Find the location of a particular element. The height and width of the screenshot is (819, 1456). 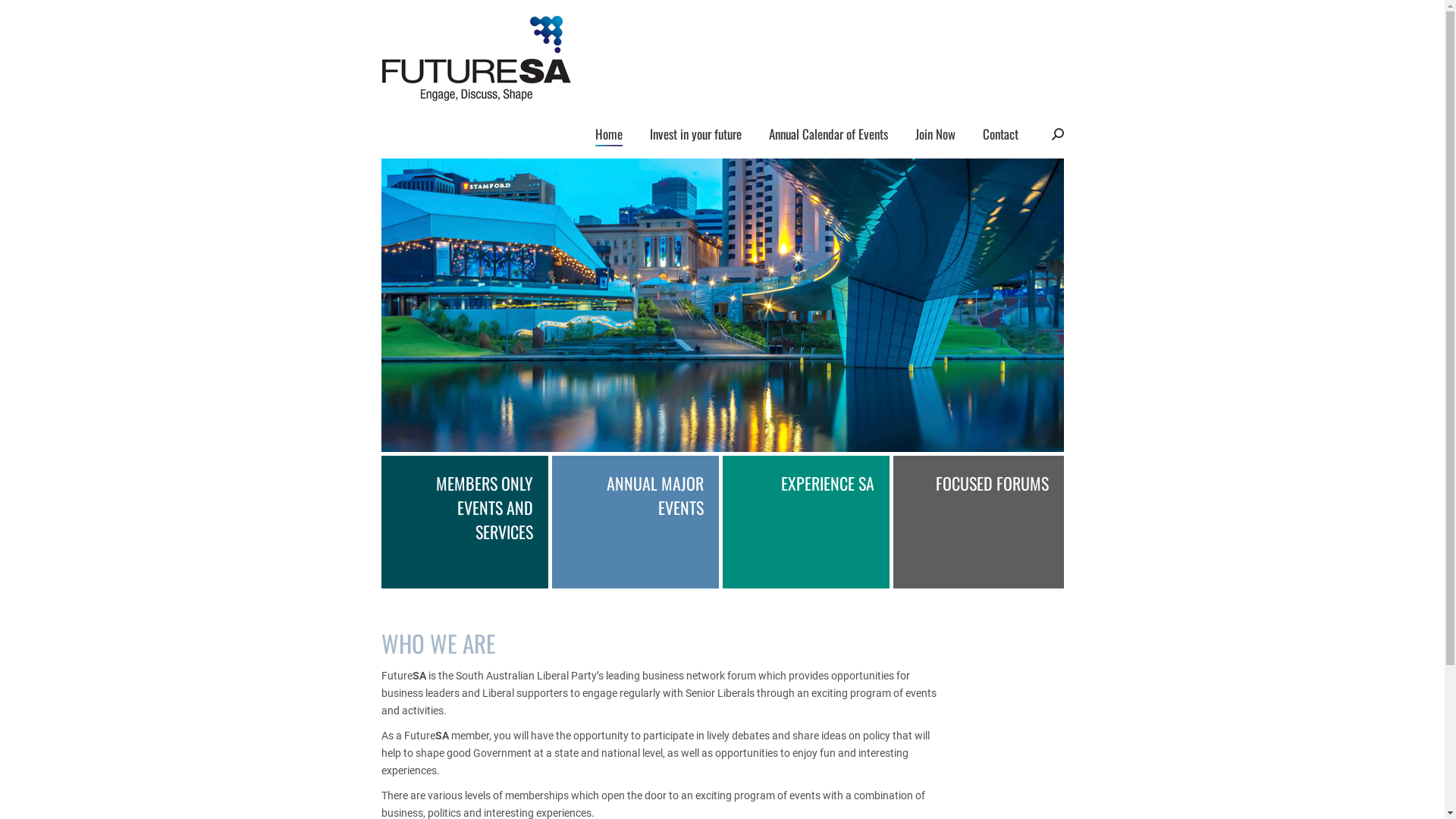

'Annual Calendar of Events' is located at coordinates (827, 133).